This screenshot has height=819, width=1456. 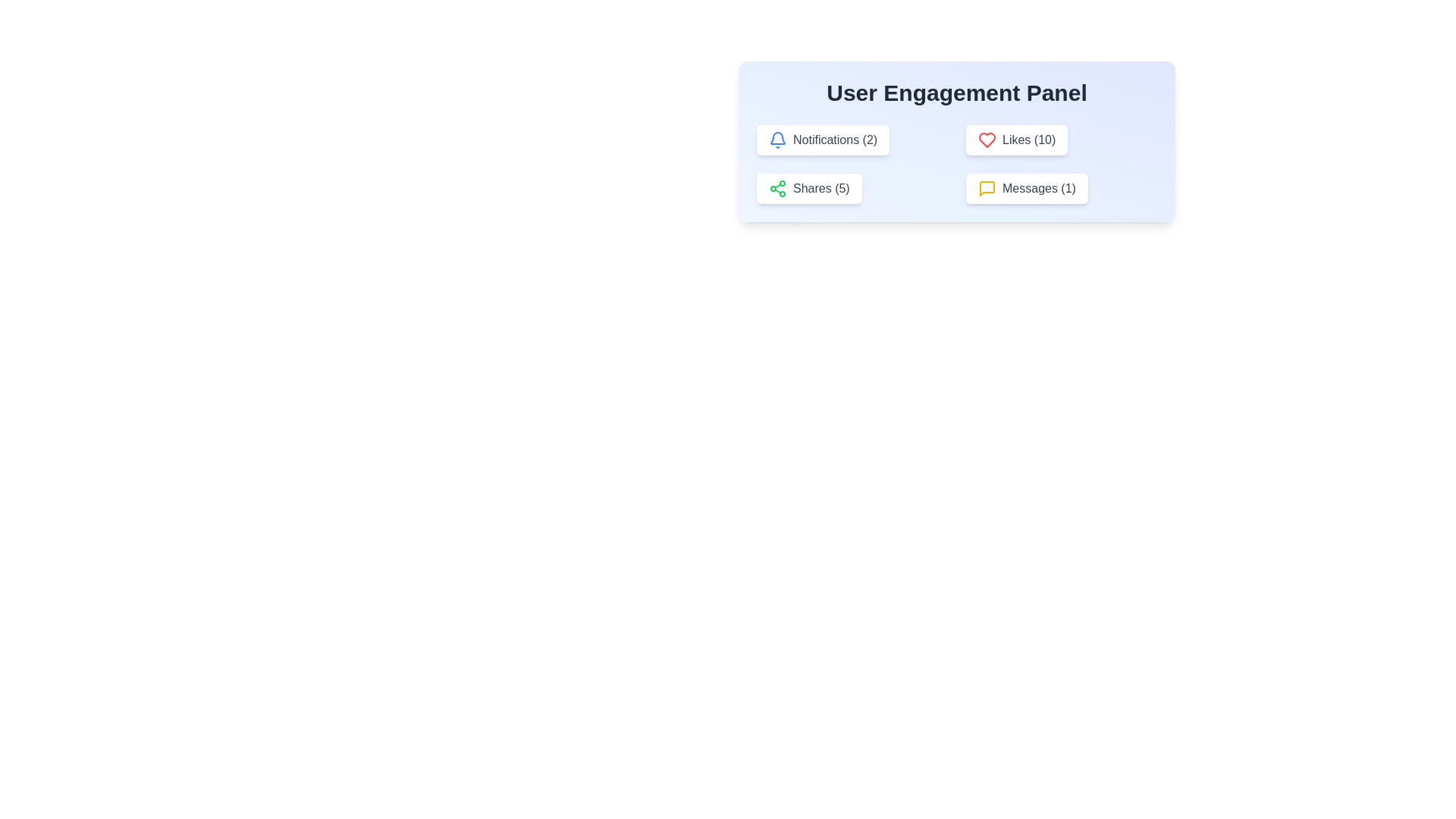 What do you see at coordinates (852, 140) in the screenshot?
I see `the 'Notifications (2)' interactive label/button, which features a bell icon styled in blue` at bounding box center [852, 140].